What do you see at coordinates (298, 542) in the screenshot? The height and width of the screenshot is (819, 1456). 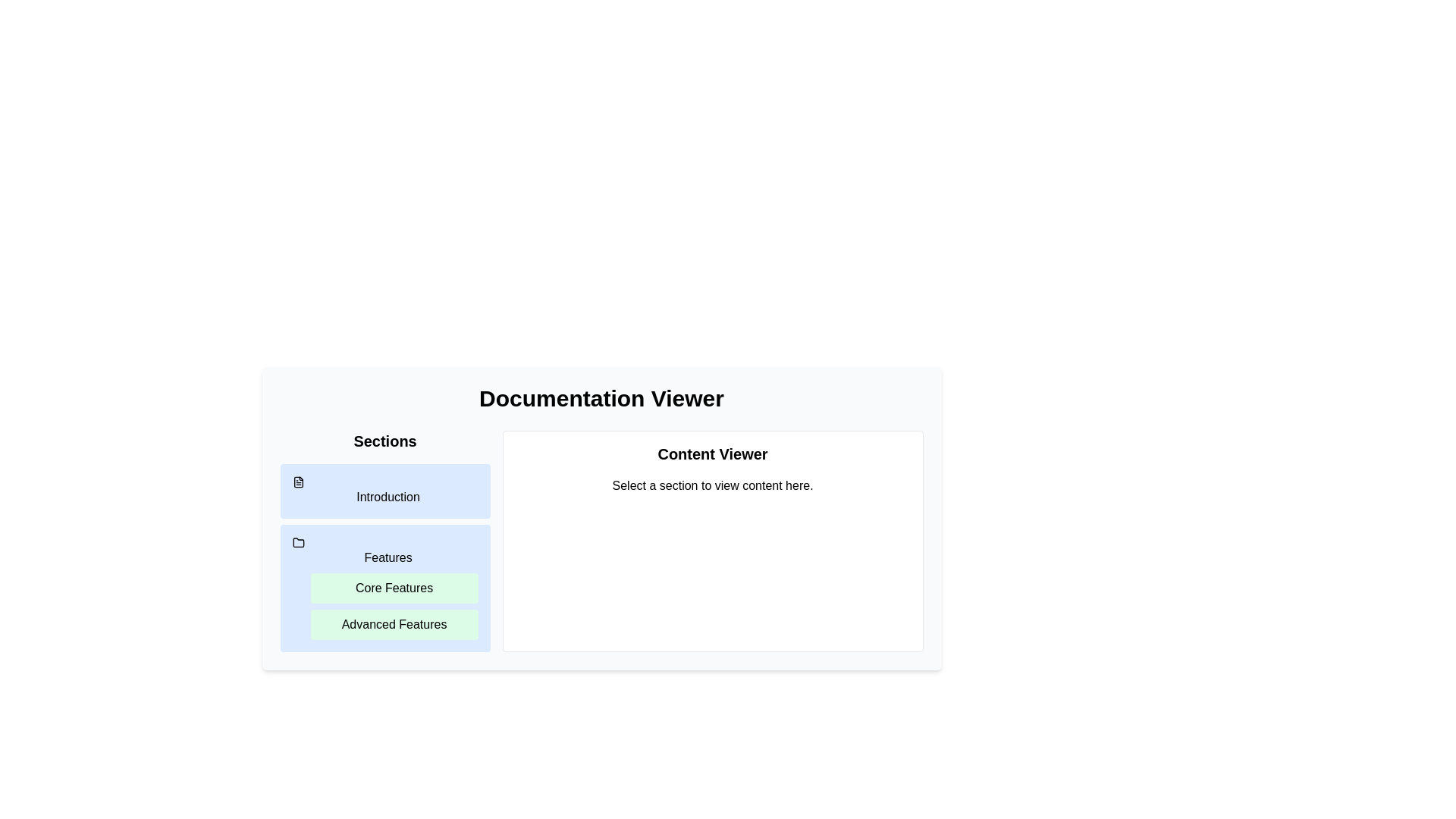 I see `the folder icon representing the 'Features' section in the left-side navigation bar of the 'Documentation Viewer' interface` at bounding box center [298, 542].